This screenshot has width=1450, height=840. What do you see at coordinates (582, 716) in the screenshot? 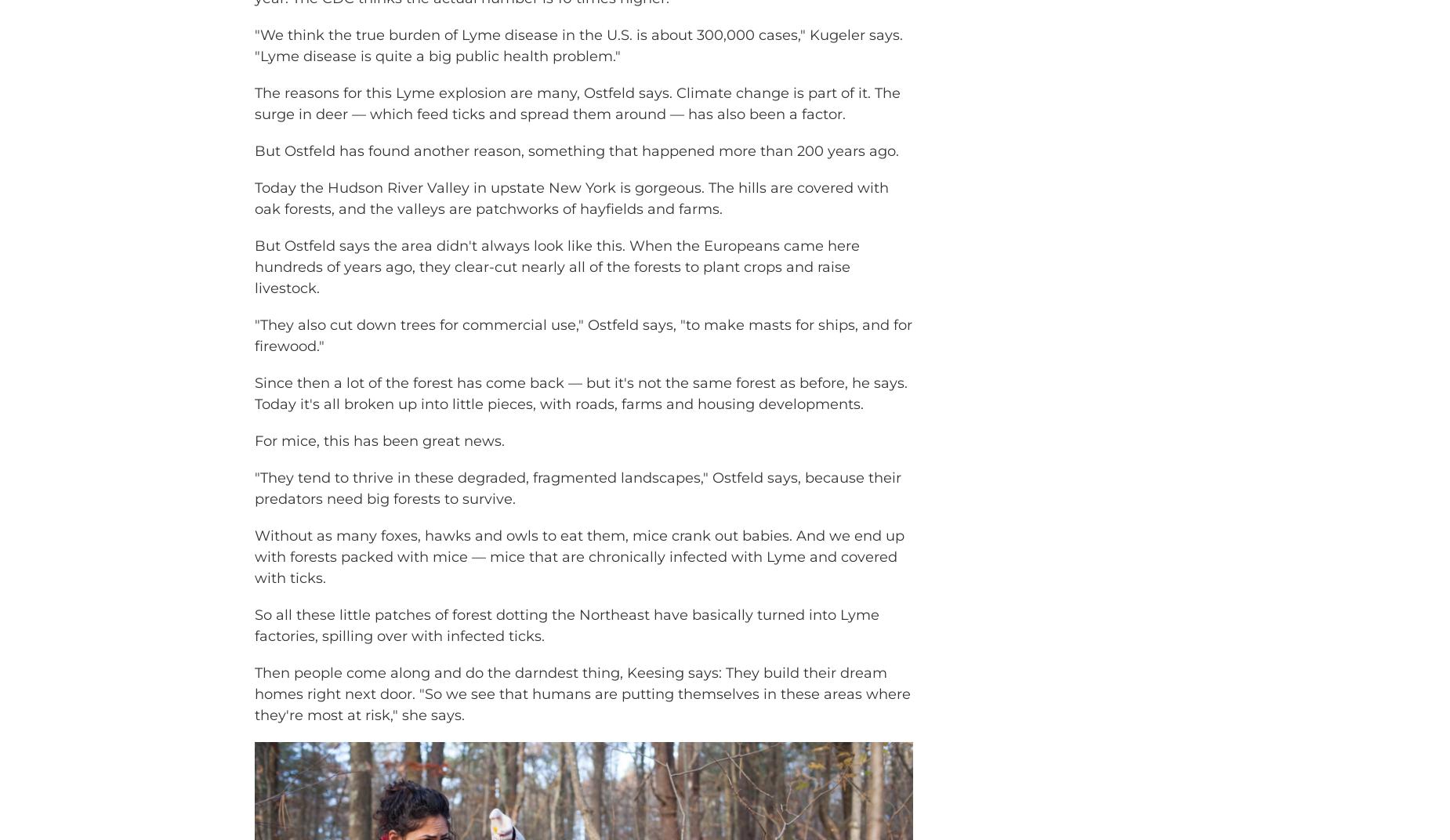
I see `'Then people come along and do the darndest thing, Keesing says: They build their dream homes right next door. "So we see that humans are putting themselves in these areas where they're most at risk," she says.'` at bounding box center [582, 716].